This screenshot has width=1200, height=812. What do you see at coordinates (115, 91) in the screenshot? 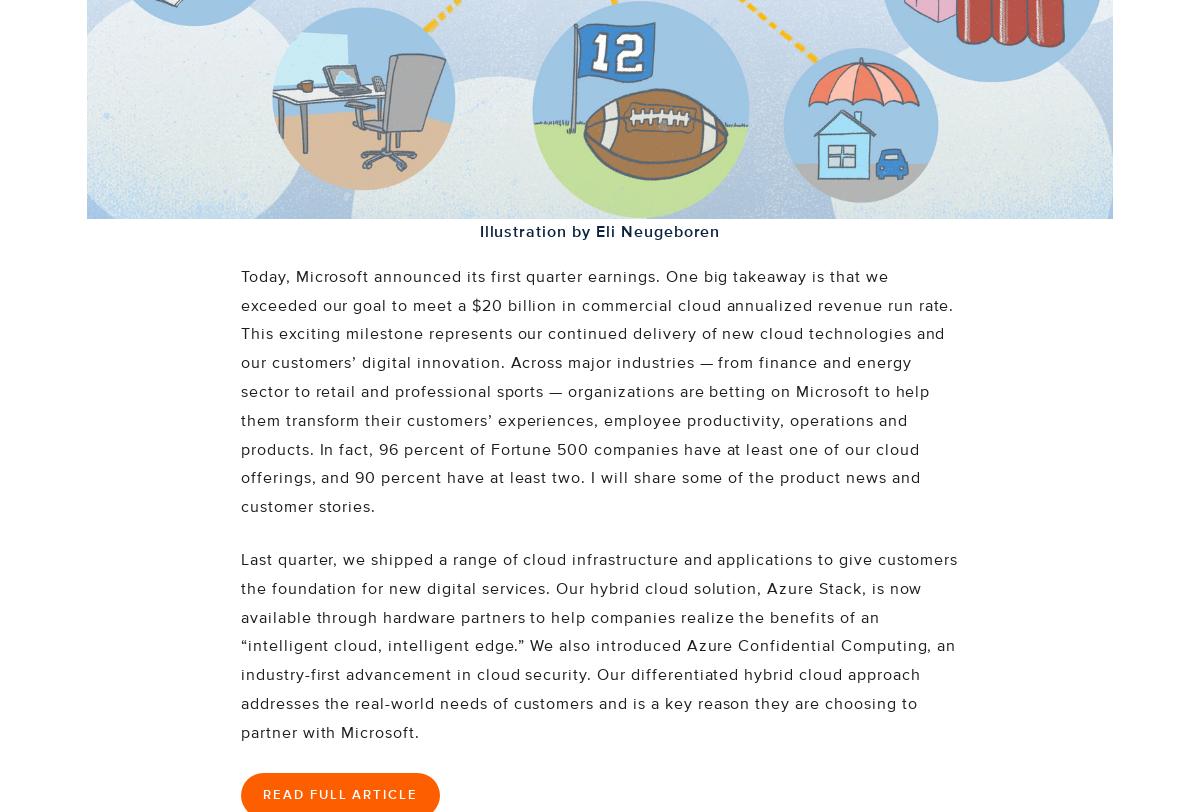
I see `'Careers'` at bounding box center [115, 91].